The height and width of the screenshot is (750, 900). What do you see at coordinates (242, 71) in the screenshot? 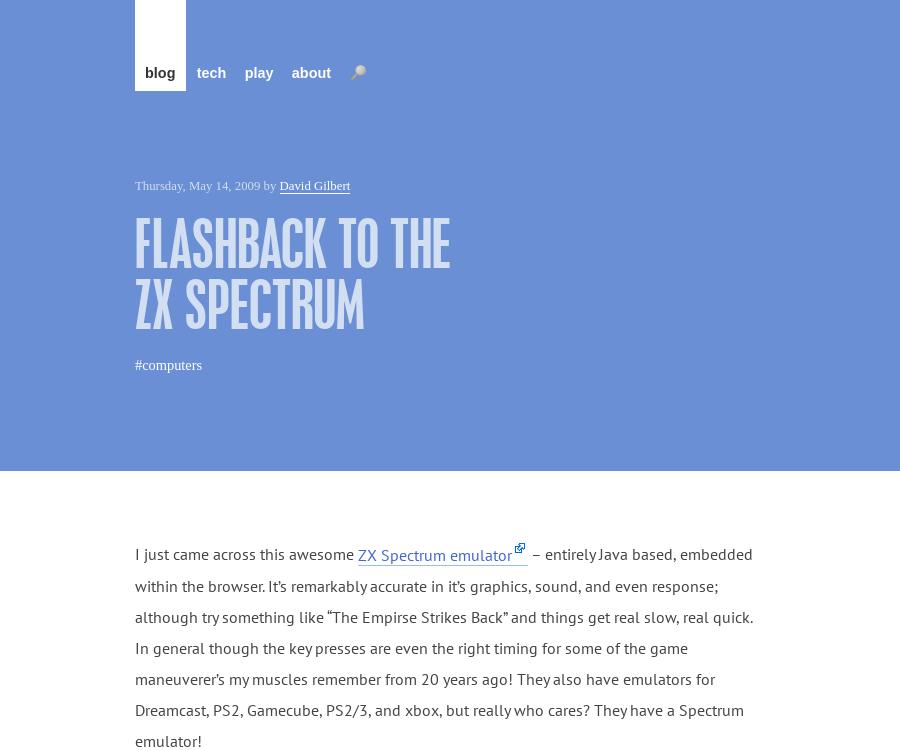
I see `'play'` at bounding box center [242, 71].